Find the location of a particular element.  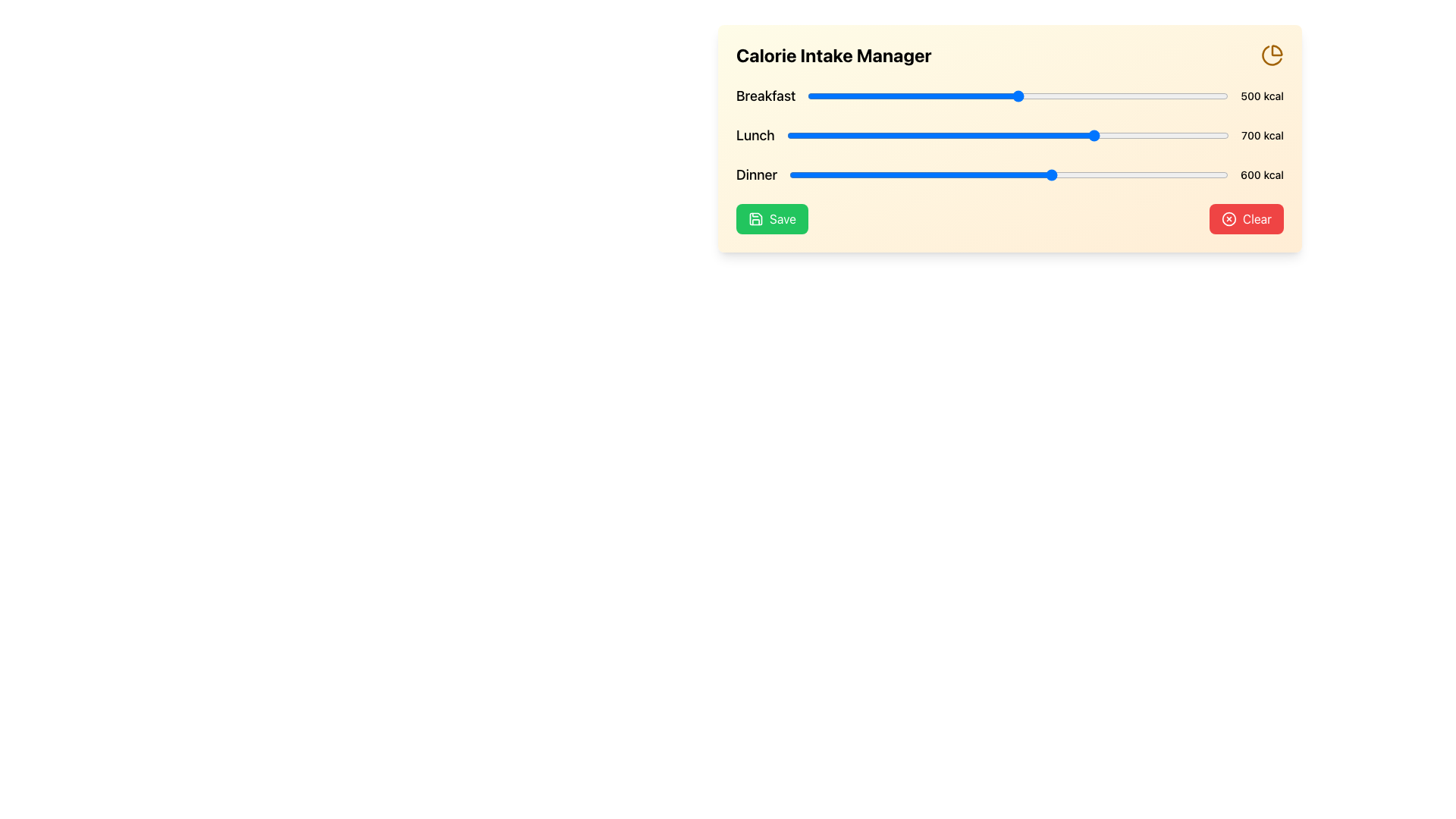

the yellow pie chart segment icon located at the top right corner of the 'Calorie Intake Manager' interface is located at coordinates (1276, 49).